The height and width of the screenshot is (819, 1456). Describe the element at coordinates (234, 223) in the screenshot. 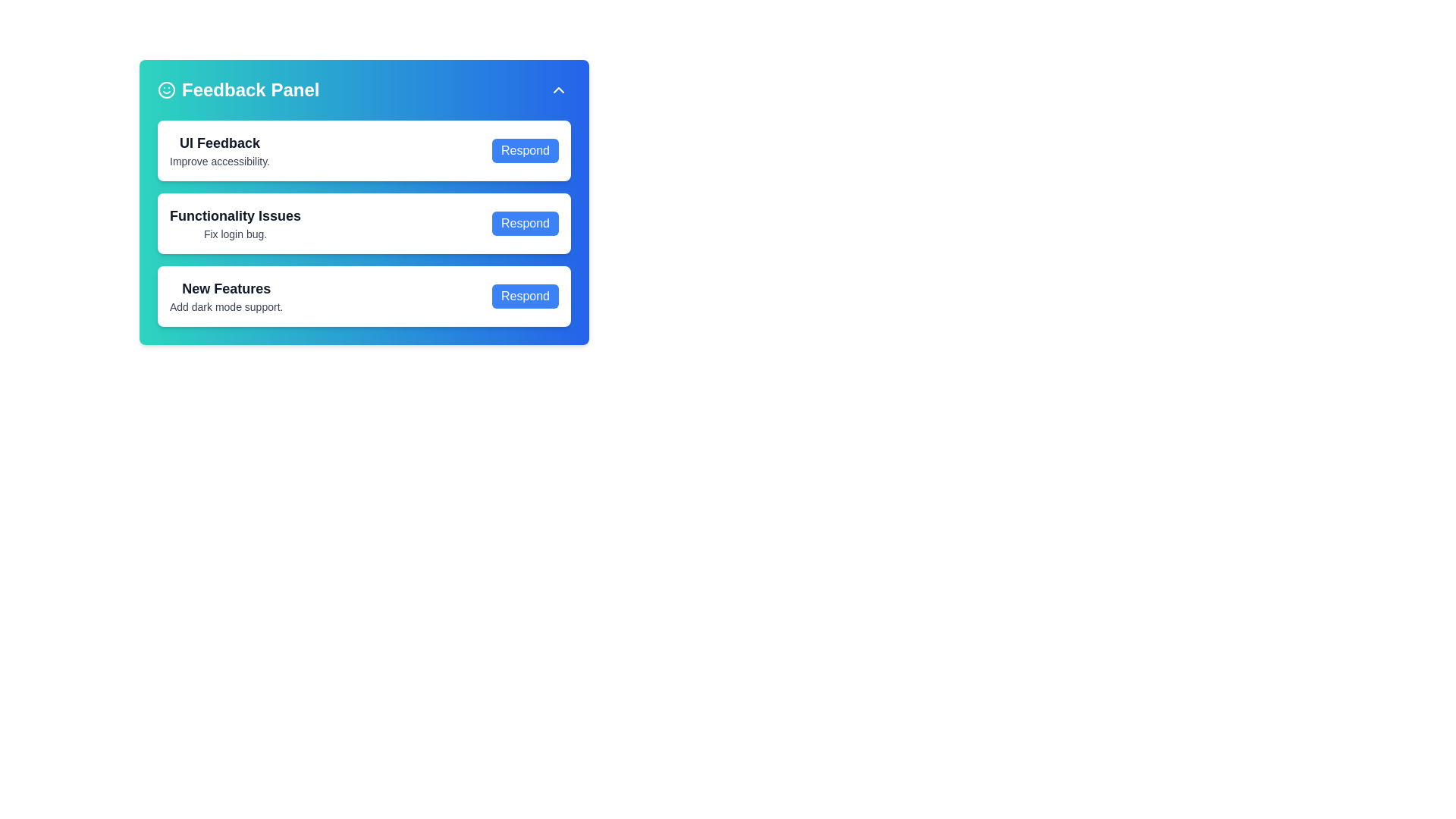

I see `text content of the feedback item located in the feedback panel, which is the second item in a vertically stacked list, positioned between 'UI Feedback' and 'New Features'` at that location.